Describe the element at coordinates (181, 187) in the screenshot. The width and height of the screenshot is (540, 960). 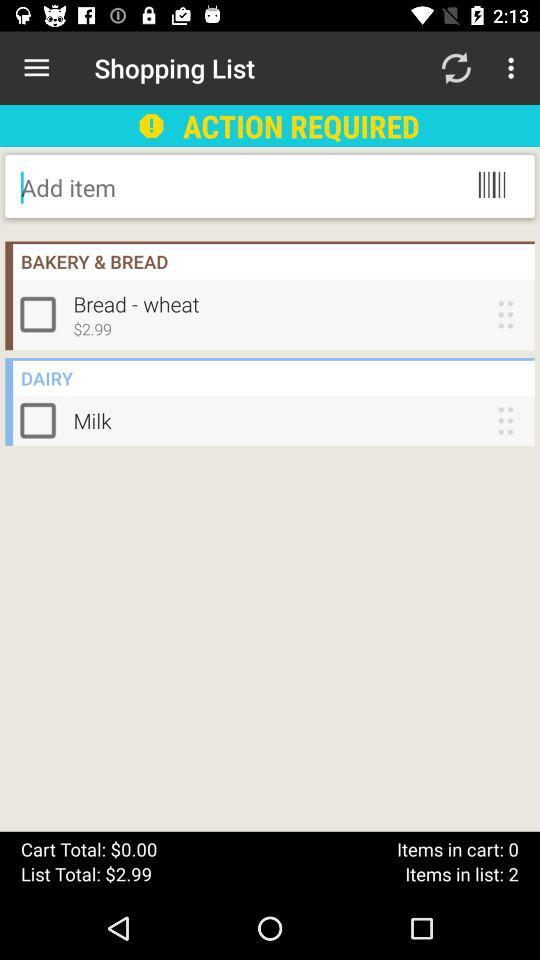
I see `item to list` at that location.